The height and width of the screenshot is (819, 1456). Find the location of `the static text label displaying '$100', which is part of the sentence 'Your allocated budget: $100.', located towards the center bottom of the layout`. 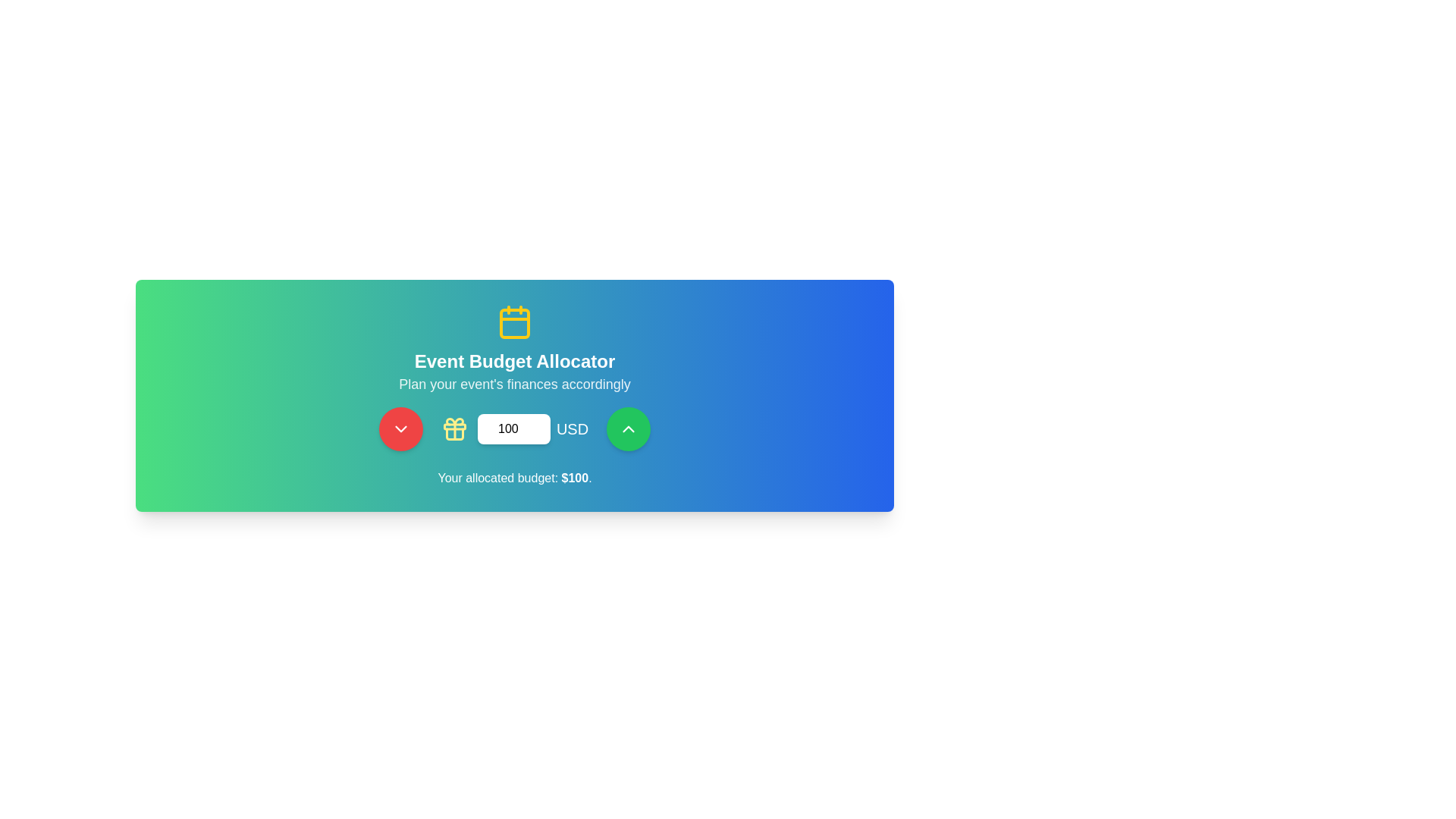

the static text label displaying '$100', which is part of the sentence 'Your allocated budget: $100.', located towards the center bottom of the layout is located at coordinates (574, 478).